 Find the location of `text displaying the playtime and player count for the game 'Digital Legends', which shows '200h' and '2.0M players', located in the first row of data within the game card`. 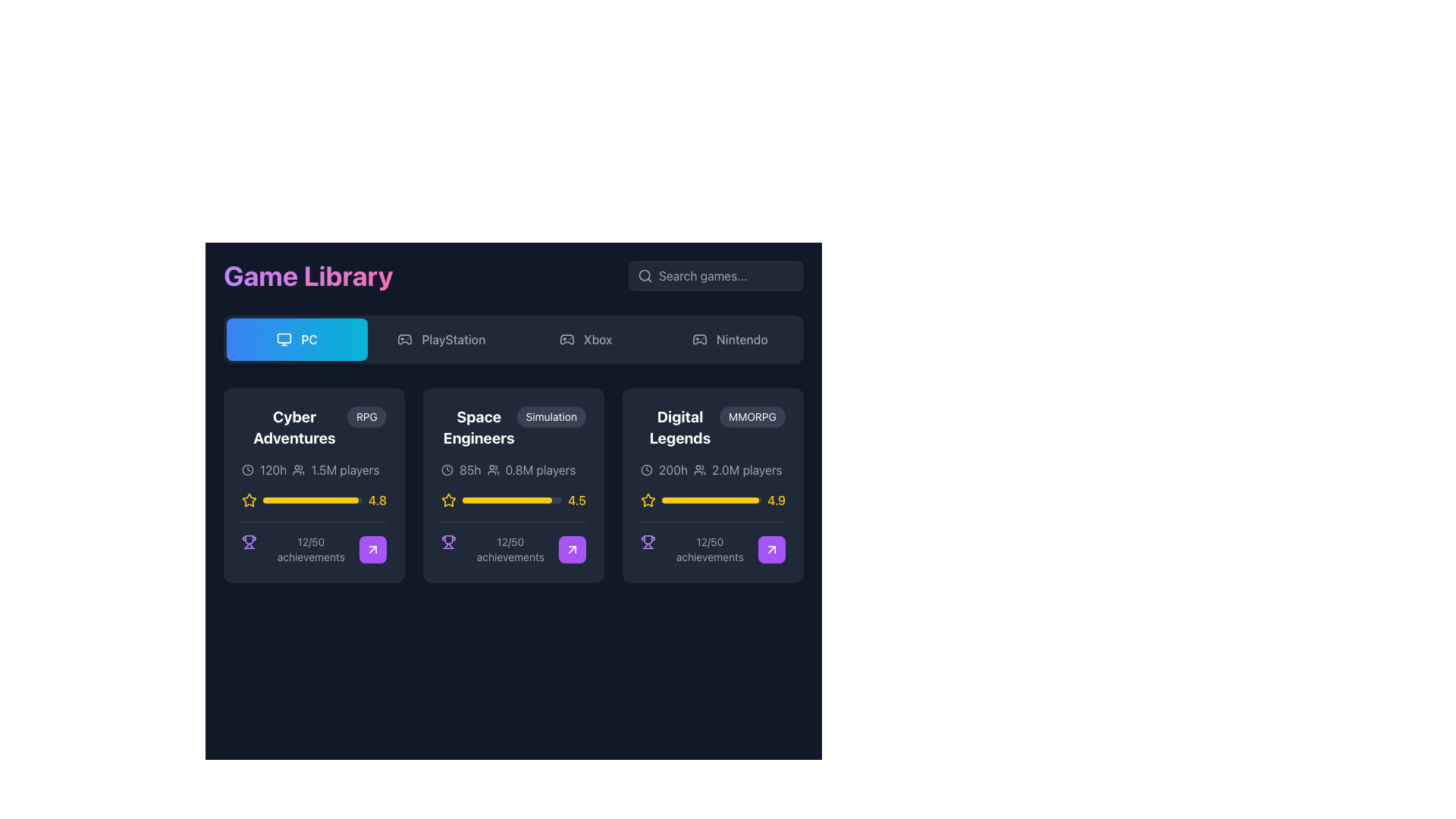

text displaying the playtime and player count for the game 'Digital Legends', which shows '200h' and '2.0M players', located in the first row of data within the game card is located at coordinates (712, 469).